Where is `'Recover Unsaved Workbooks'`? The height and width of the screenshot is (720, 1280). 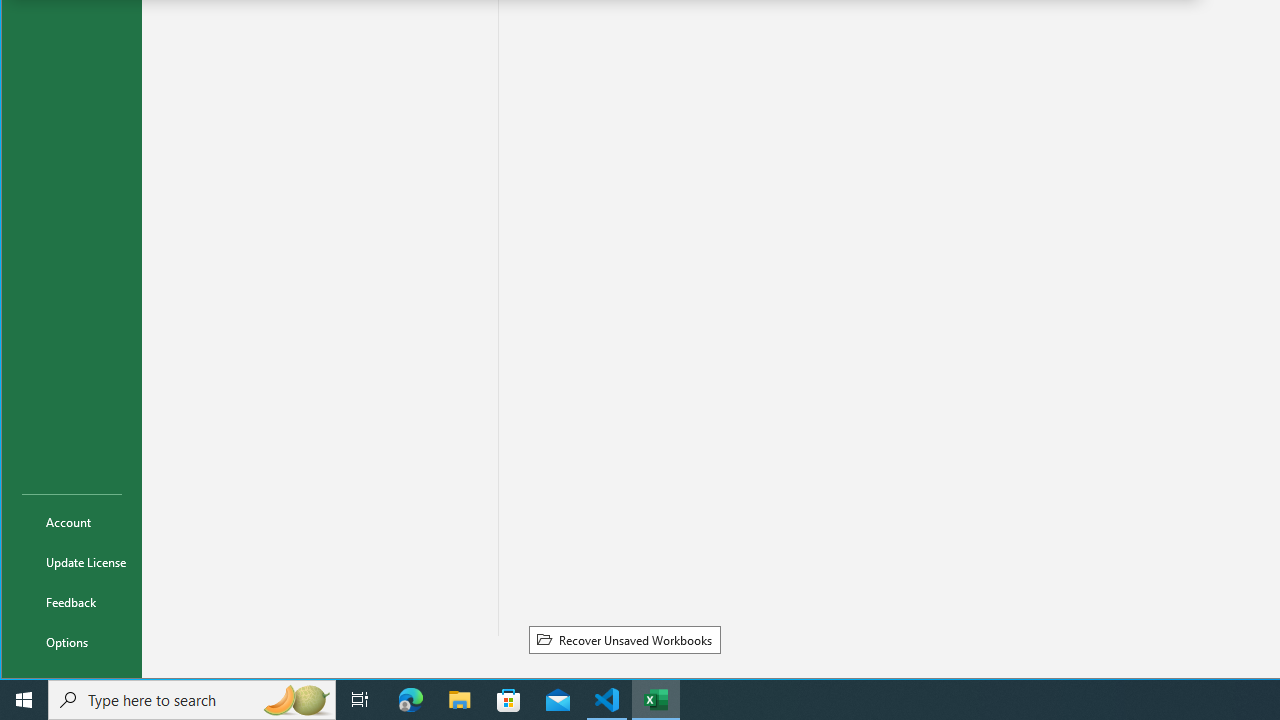 'Recover Unsaved Workbooks' is located at coordinates (623, 639).